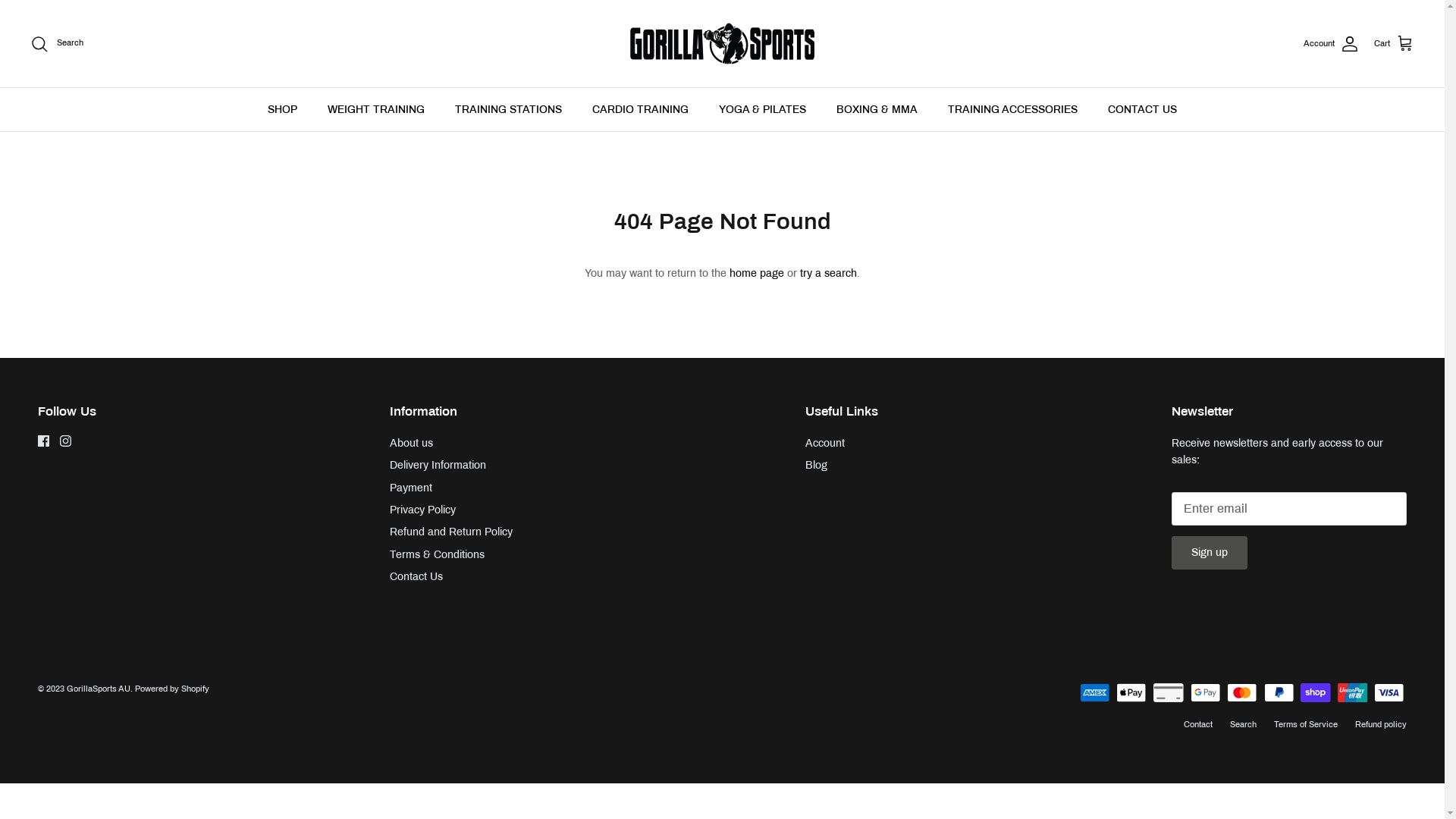  I want to click on 'Terms & Conditions', so click(389, 554).